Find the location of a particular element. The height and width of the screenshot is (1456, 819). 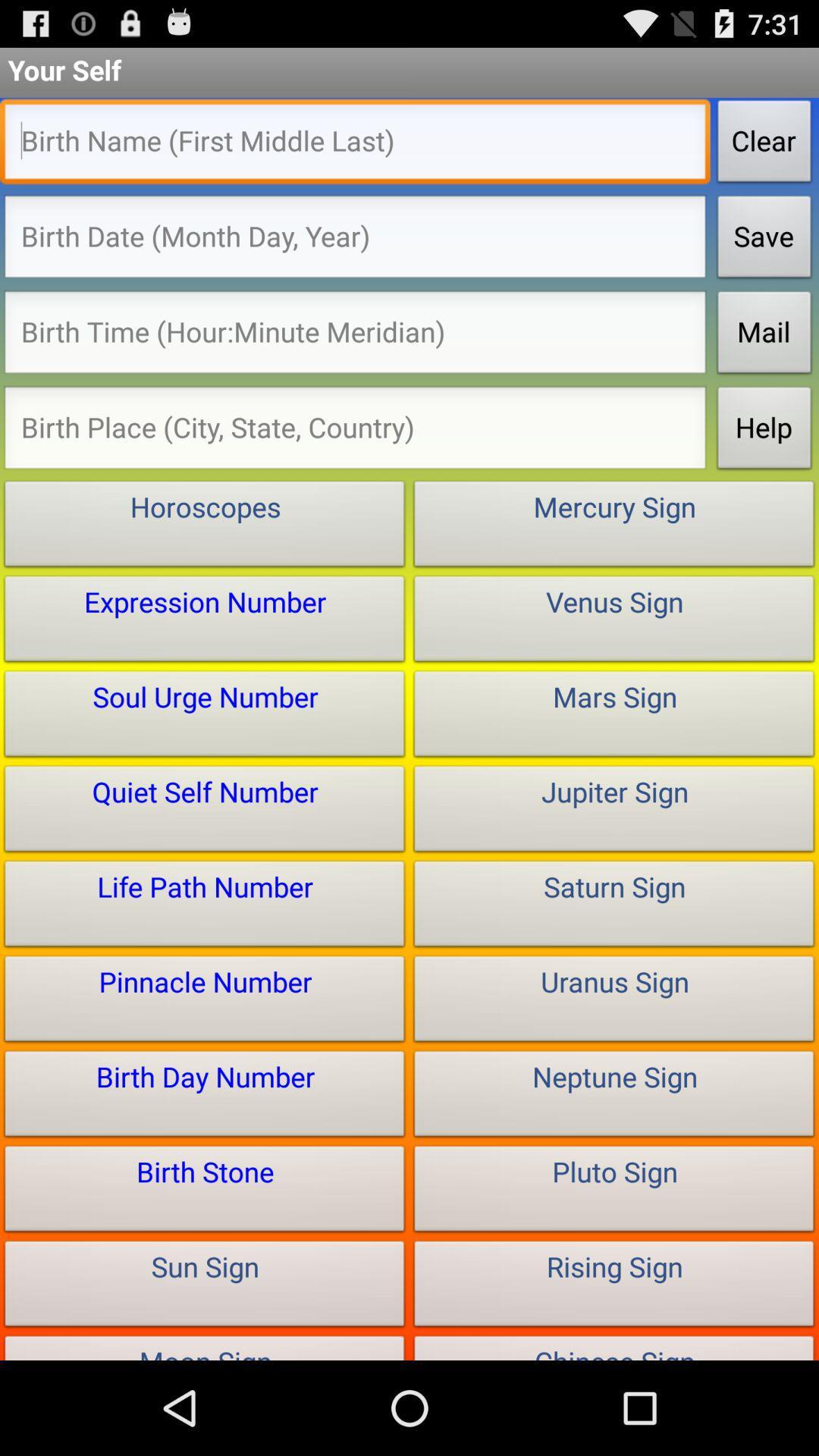

input information is located at coordinates (355, 335).